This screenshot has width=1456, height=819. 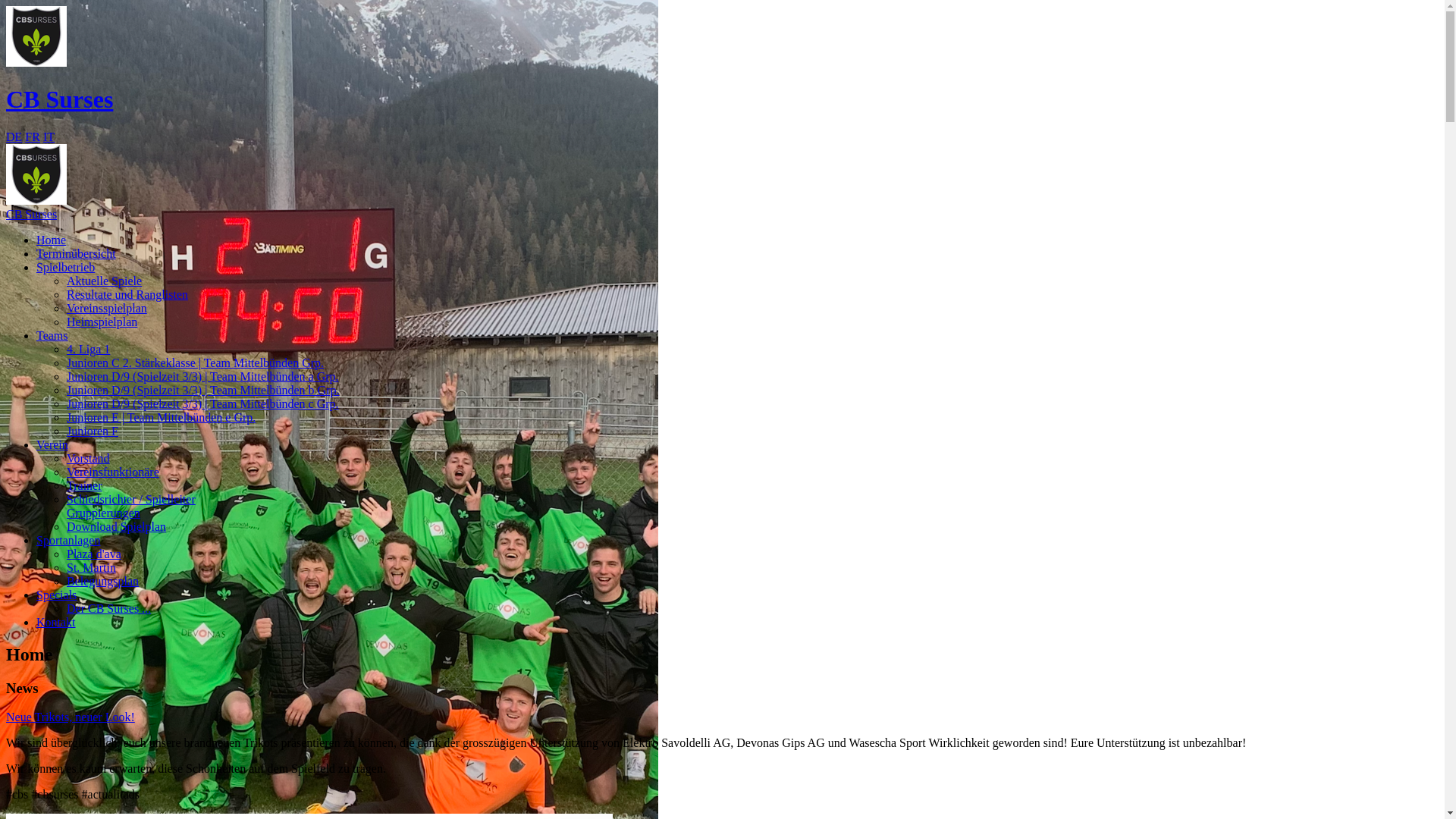 What do you see at coordinates (56, 594) in the screenshot?
I see `'Specials'` at bounding box center [56, 594].